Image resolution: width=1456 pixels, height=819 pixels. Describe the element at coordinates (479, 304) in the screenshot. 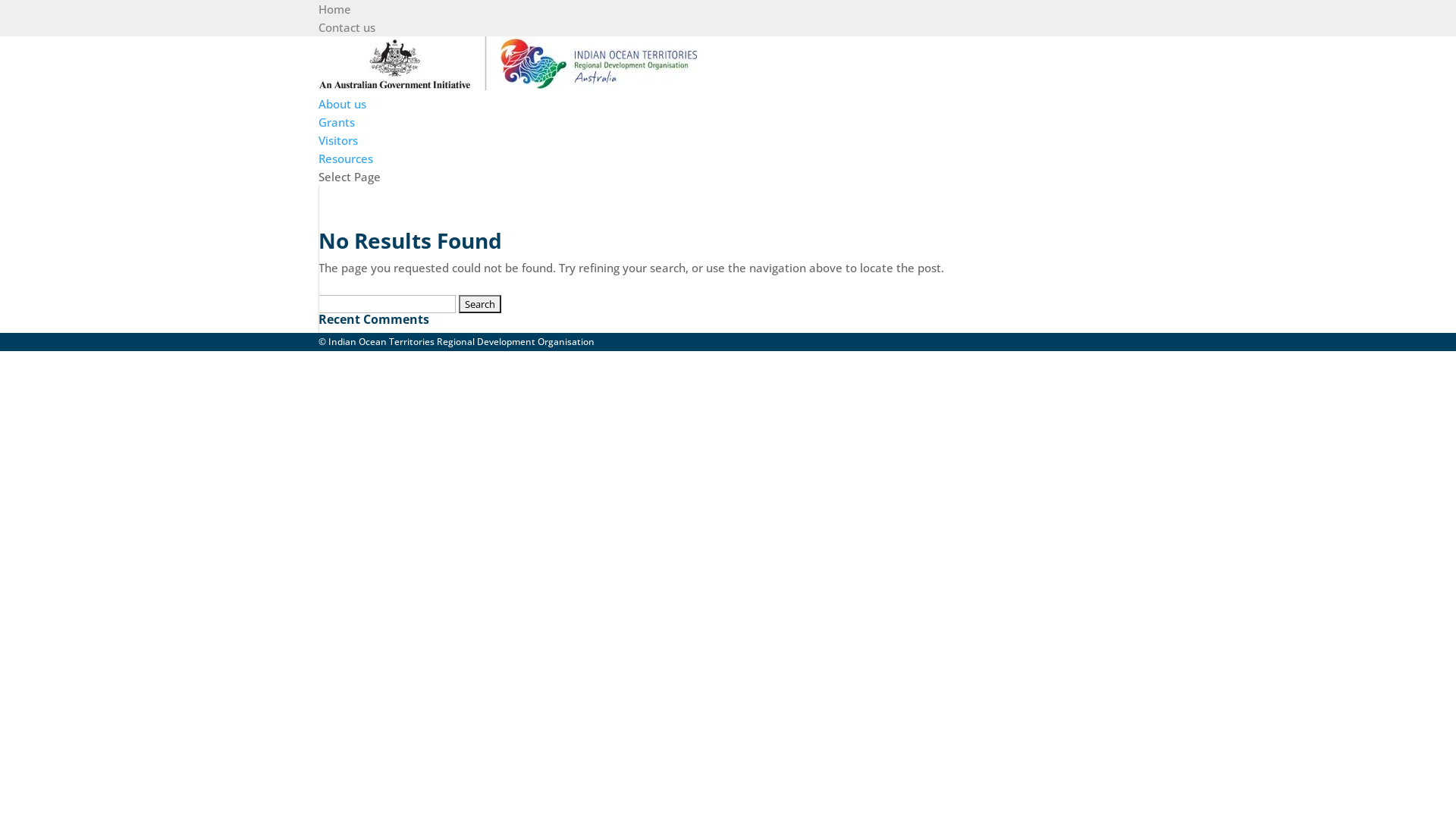

I see `'Search'` at that location.